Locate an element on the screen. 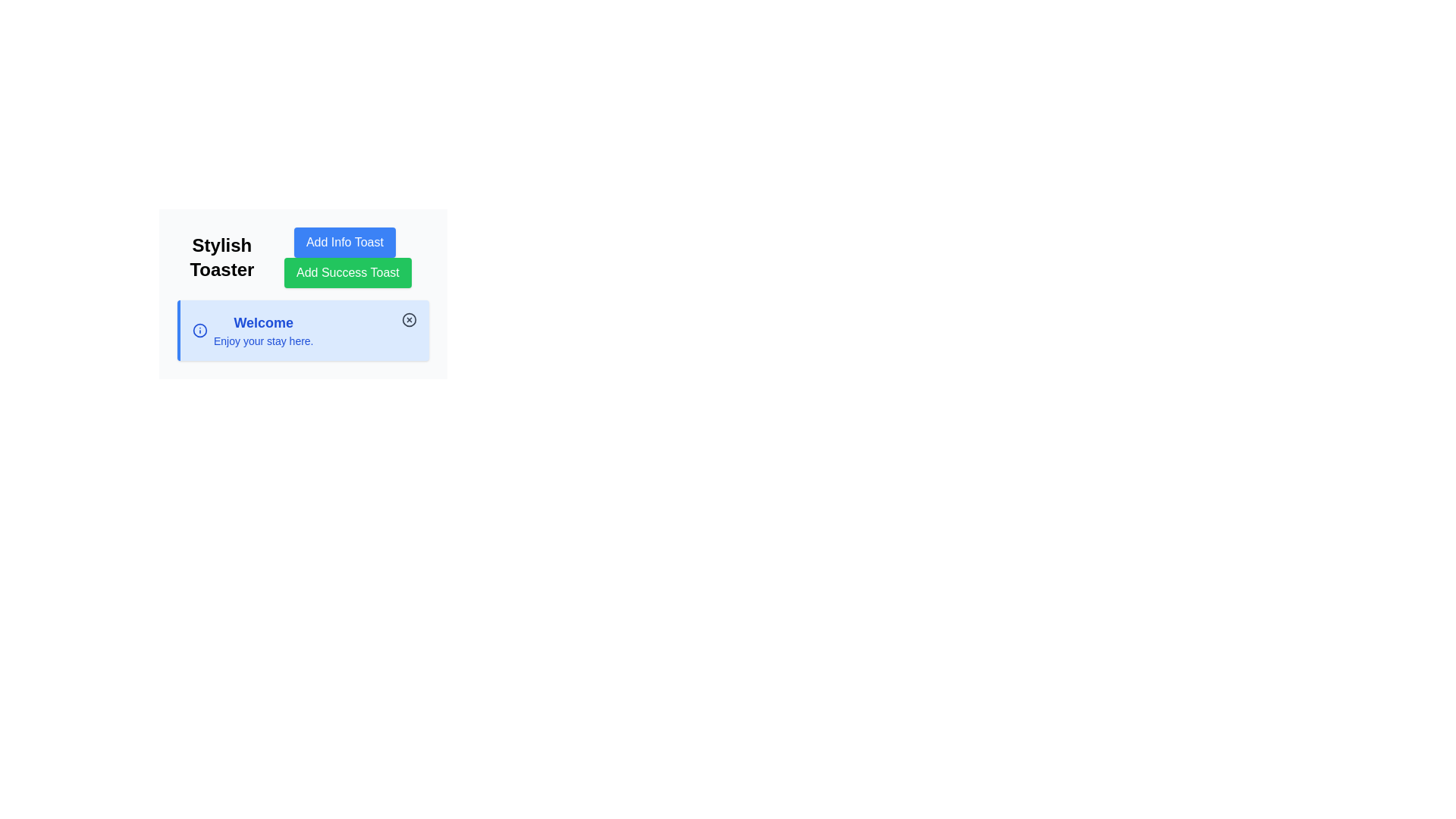  the second button in a horizontal alignment that triggers a success notification when clicked, to change its color is located at coordinates (347, 271).